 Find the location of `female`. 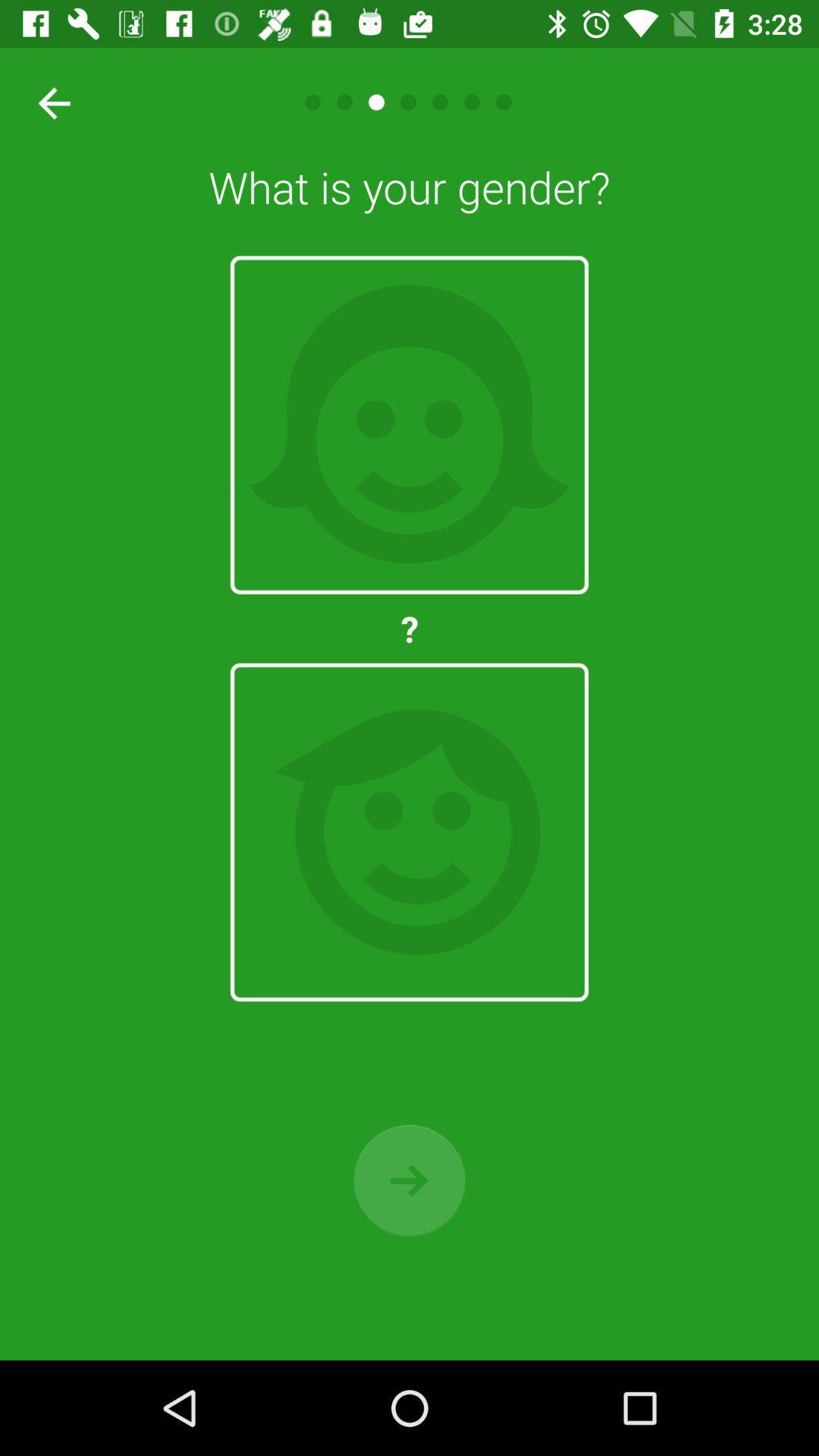

female is located at coordinates (409, 425).